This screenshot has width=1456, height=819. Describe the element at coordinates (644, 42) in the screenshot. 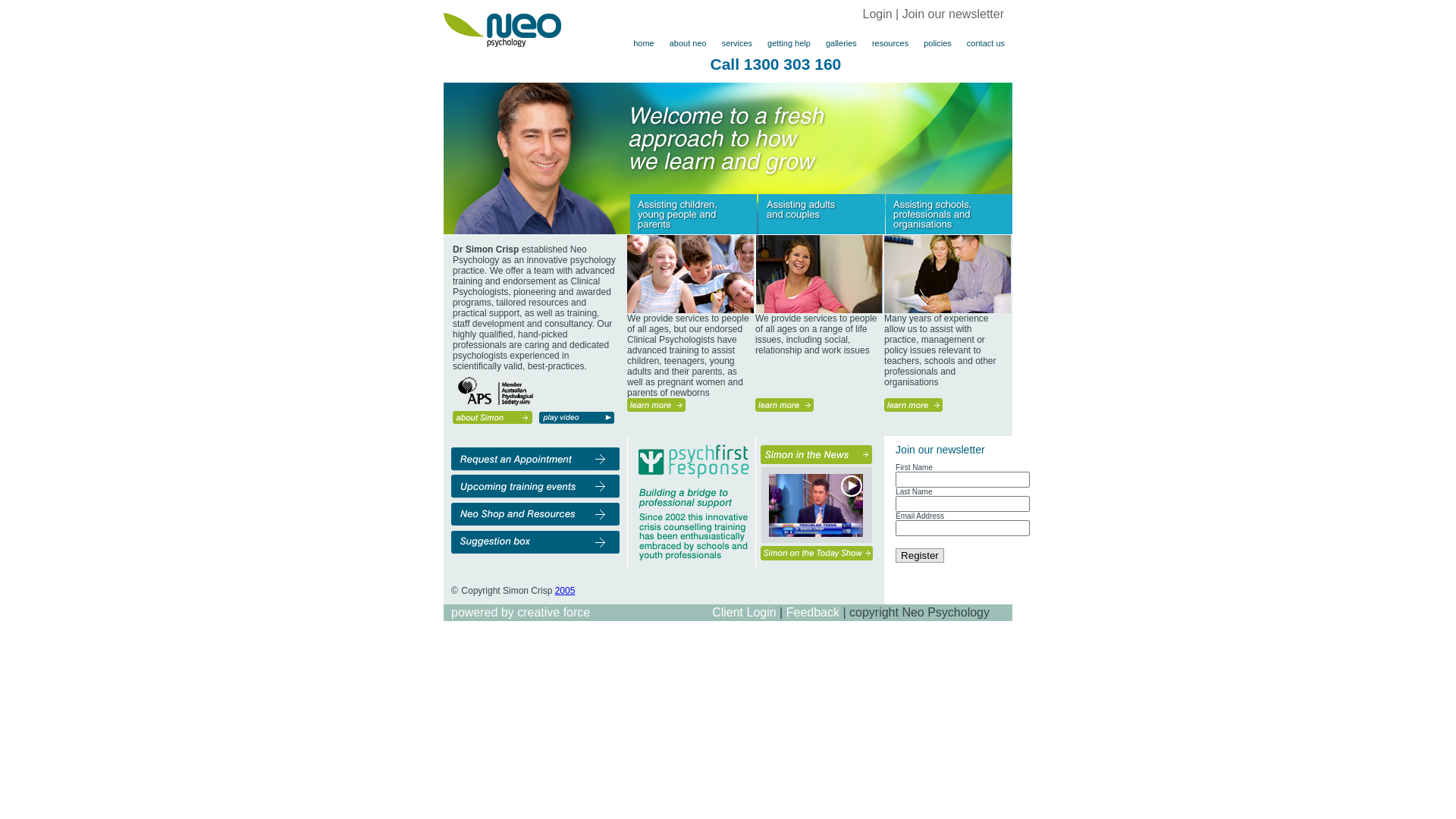

I see `'home'` at that location.